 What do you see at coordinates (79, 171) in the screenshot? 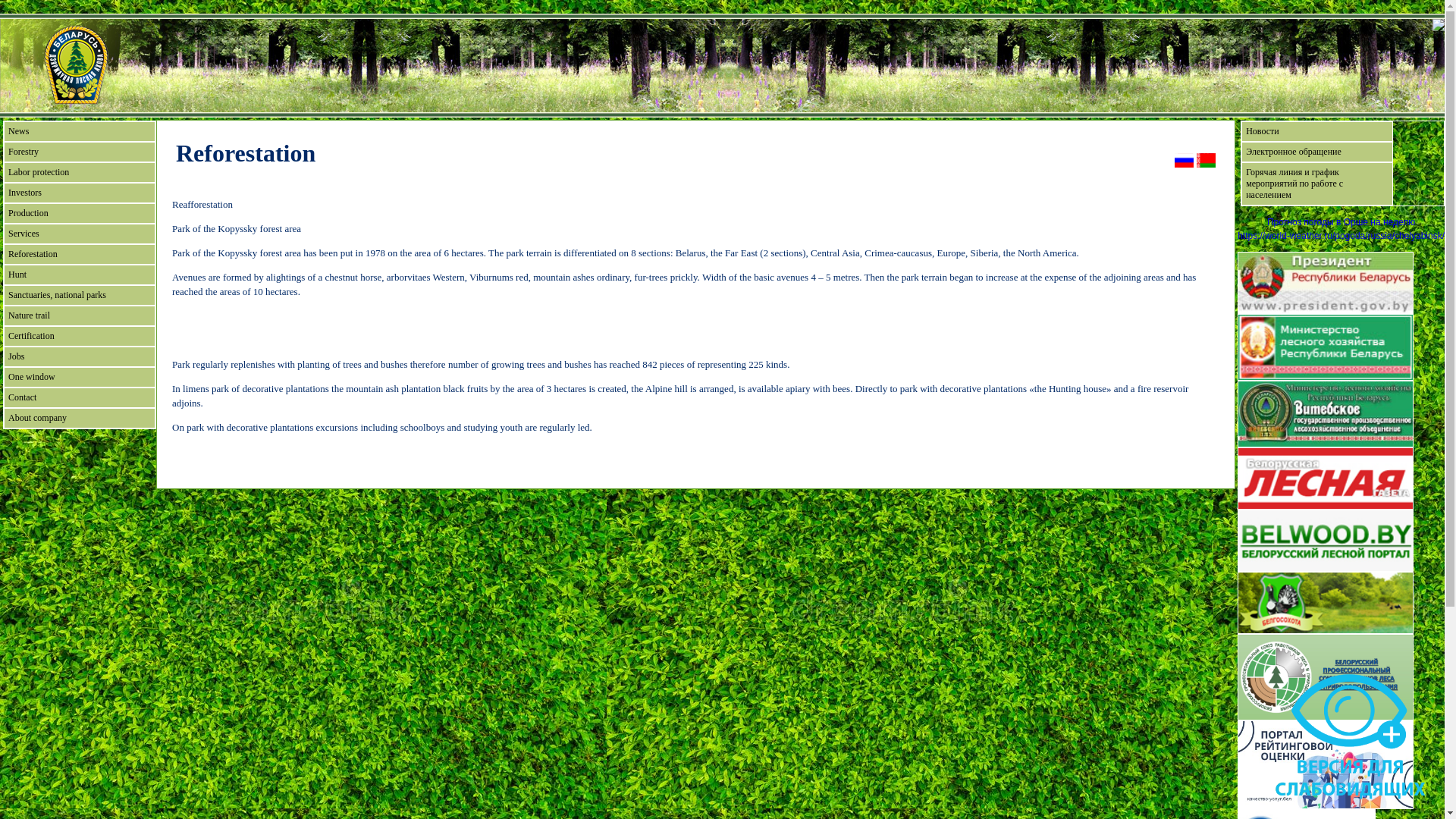
I see `'Labor protection'` at bounding box center [79, 171].